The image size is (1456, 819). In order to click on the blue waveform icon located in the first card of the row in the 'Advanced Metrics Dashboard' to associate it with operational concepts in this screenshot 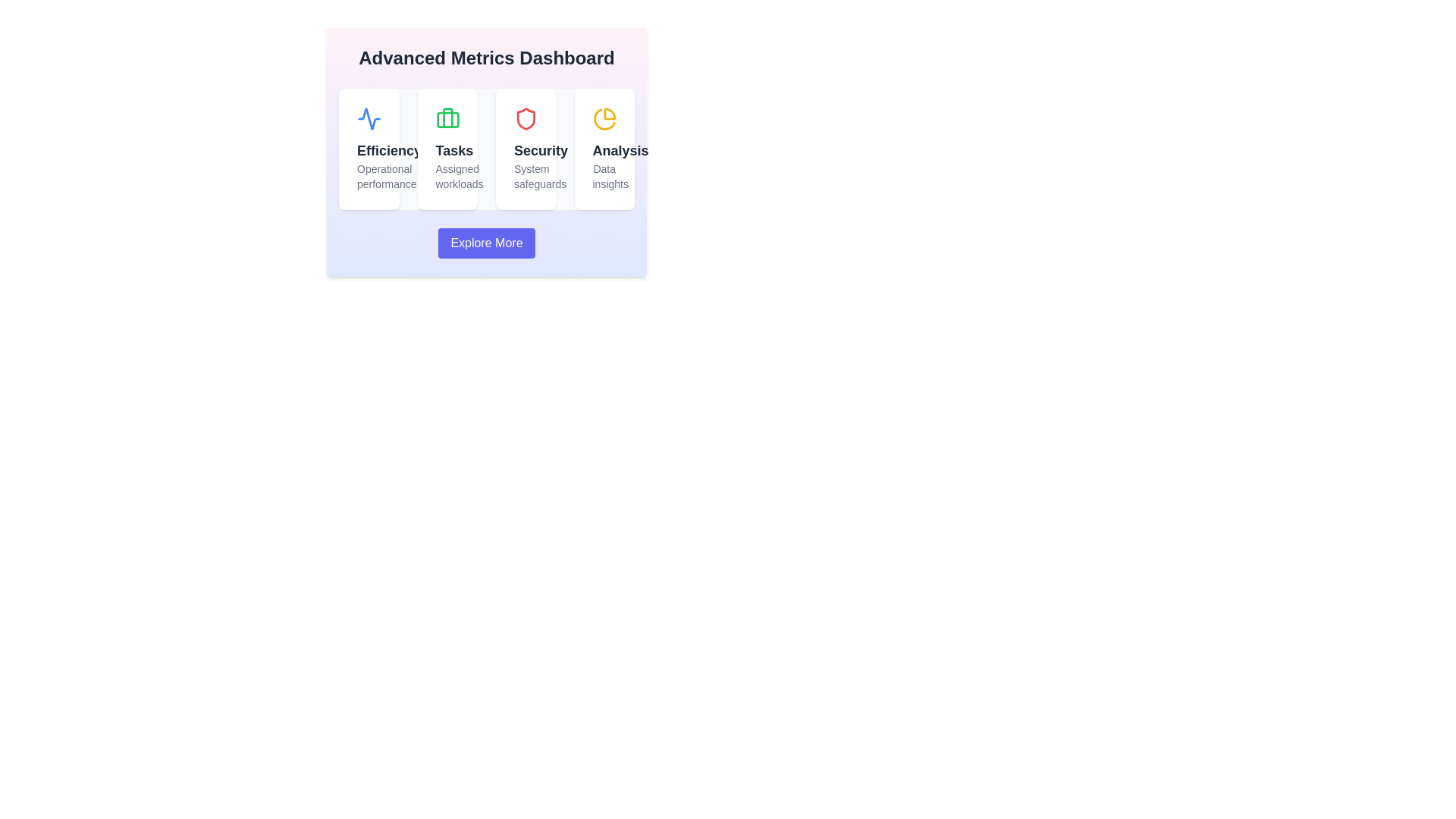, I will do `click(369, 118)`.